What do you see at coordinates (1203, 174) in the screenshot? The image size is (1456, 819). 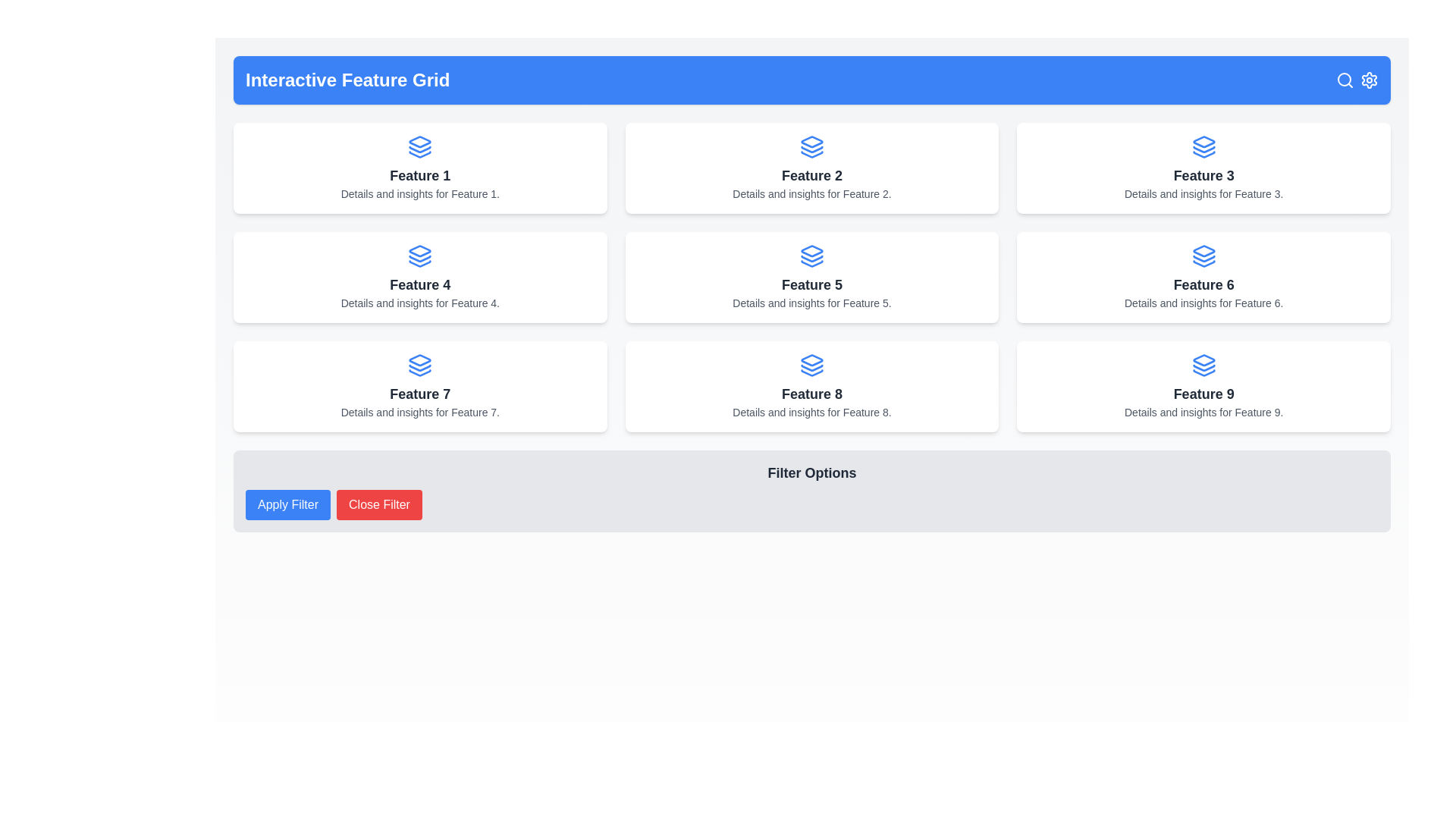 I see `the text label displaying 'Feature 3' in bold, large font size, located in the middle section of the second row in a 3x3 grid of feature cards` at bounding box center [1203, 174].